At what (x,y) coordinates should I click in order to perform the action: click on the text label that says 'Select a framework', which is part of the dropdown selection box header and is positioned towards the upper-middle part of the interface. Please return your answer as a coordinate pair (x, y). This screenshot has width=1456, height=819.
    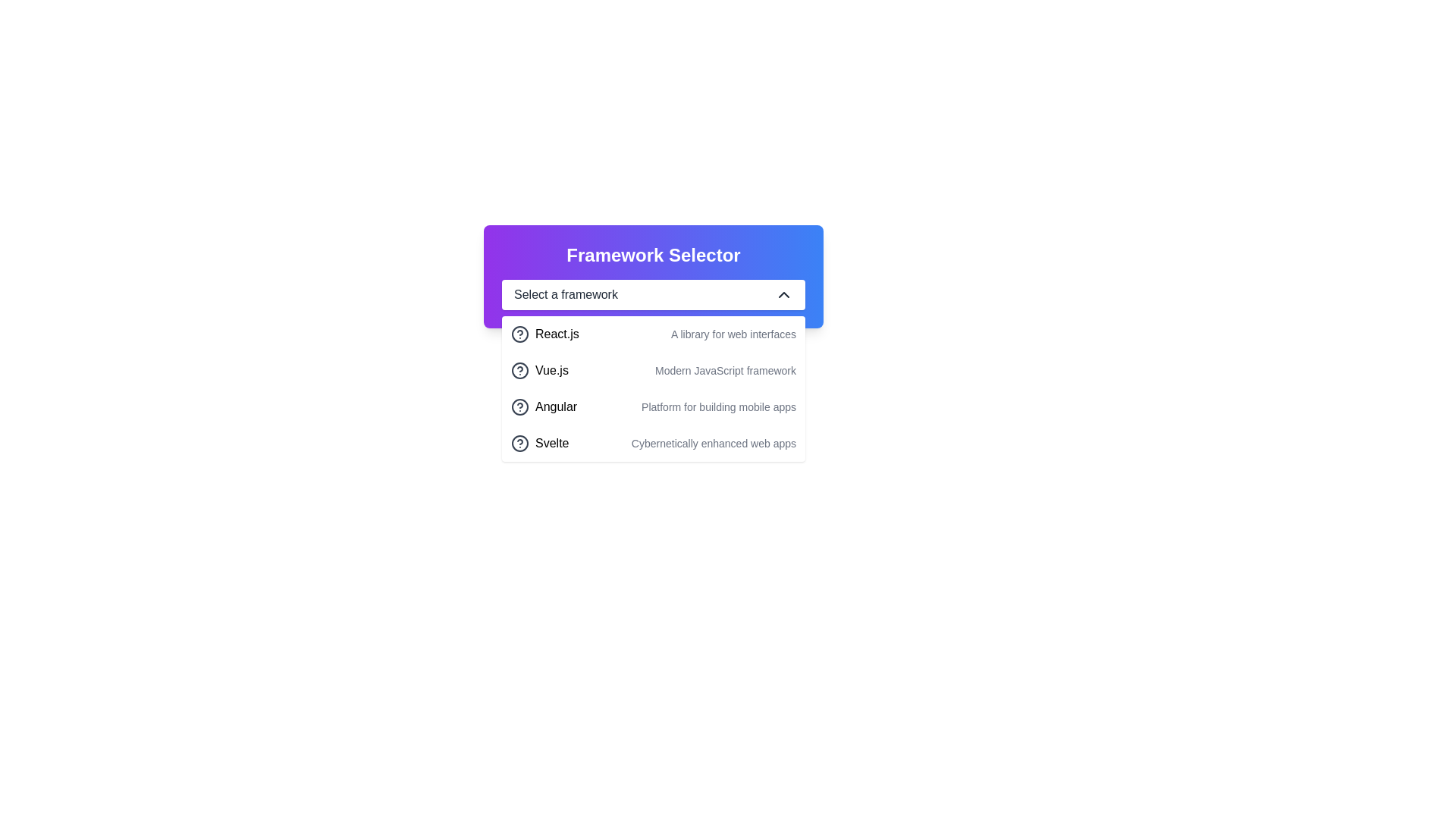
    Looking at the image, I should click on (565, 295).